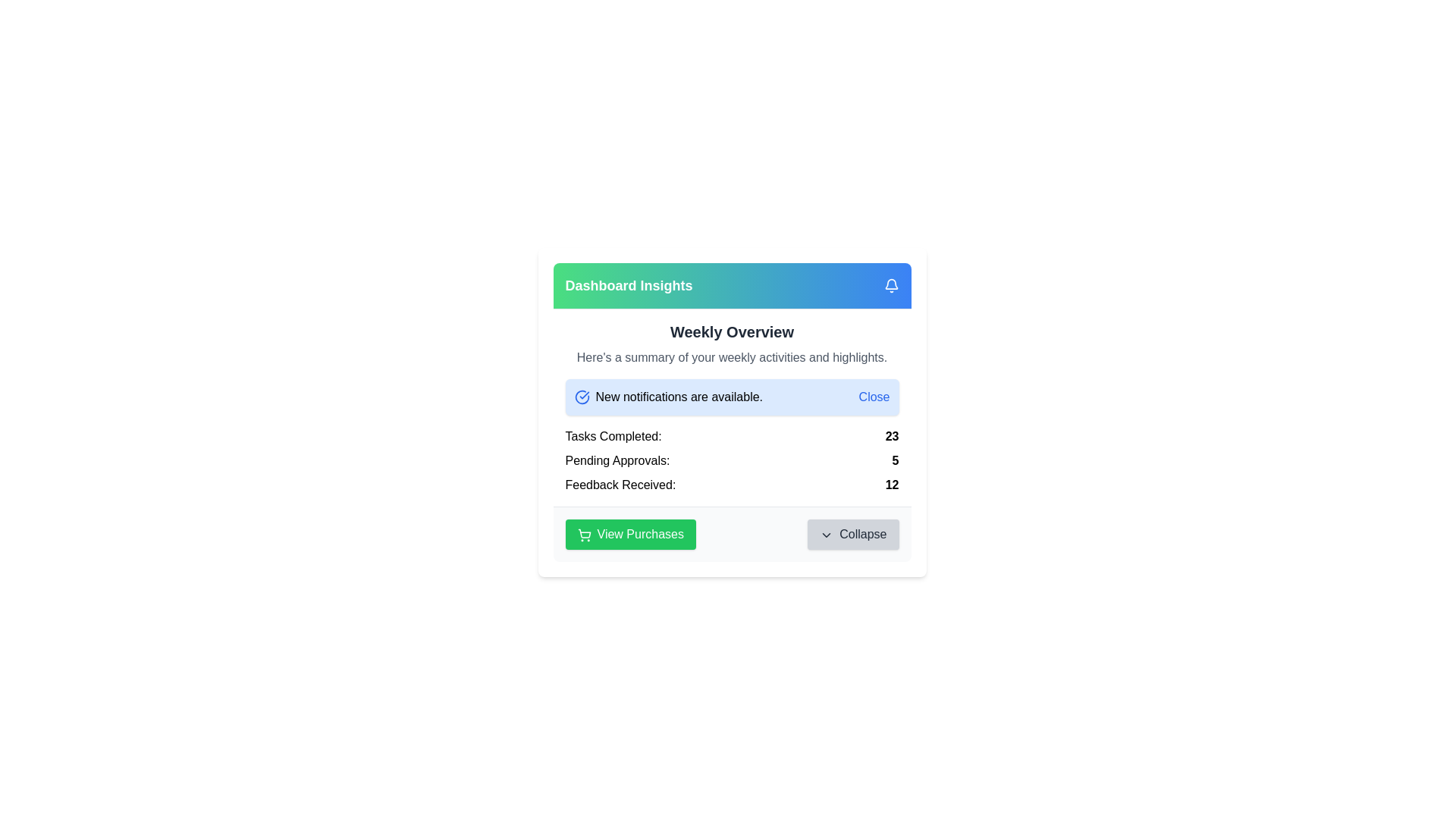 The width and height of the screenshot is (1456, 819). I want to click on the static text element displaying the number '23' next to the label 'Tasks Completed:' in the middle section of the interface, so click(892, 436).